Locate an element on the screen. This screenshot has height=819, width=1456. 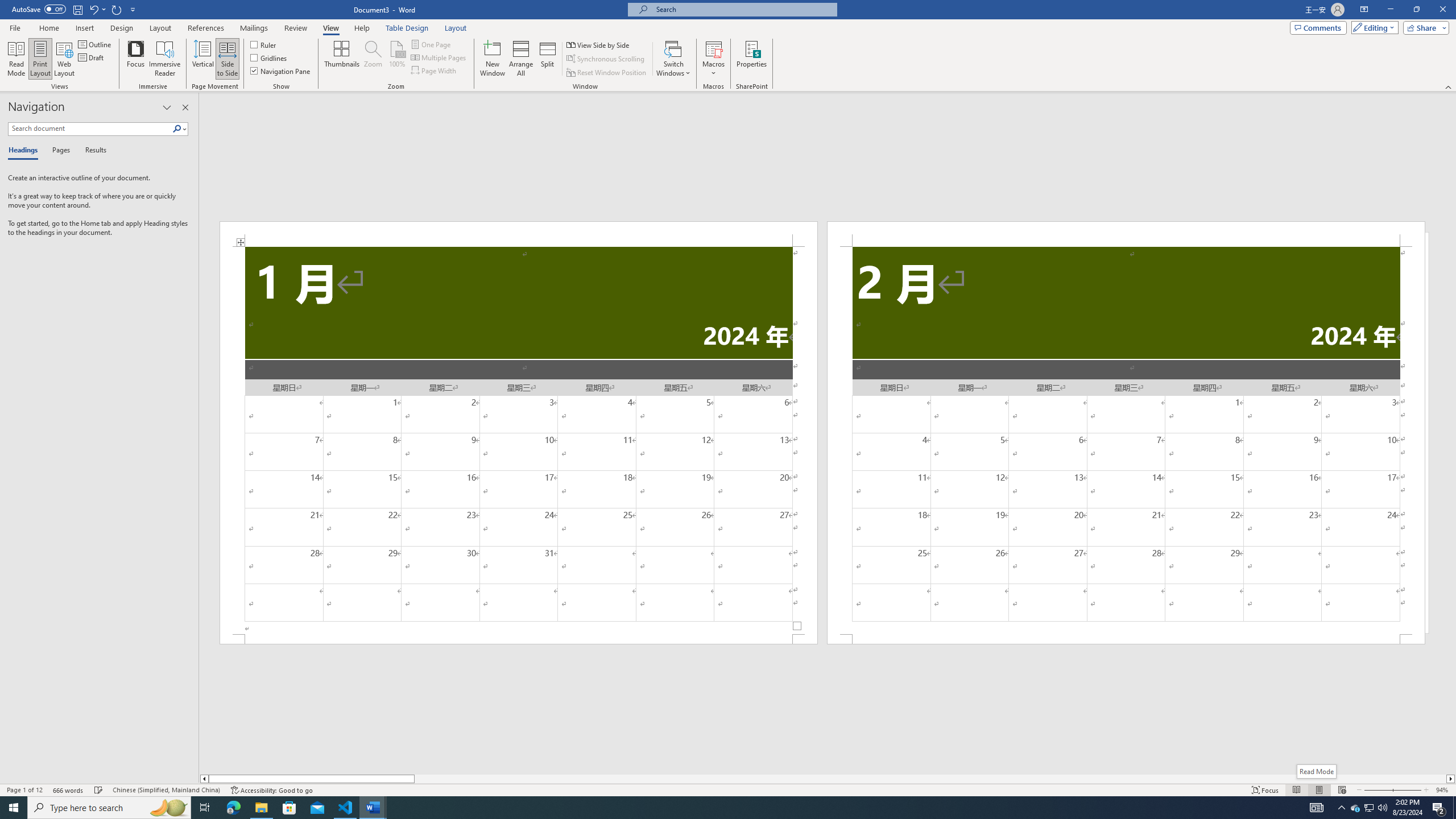
'Immersive Reader' is located at coordinates (164, 59).